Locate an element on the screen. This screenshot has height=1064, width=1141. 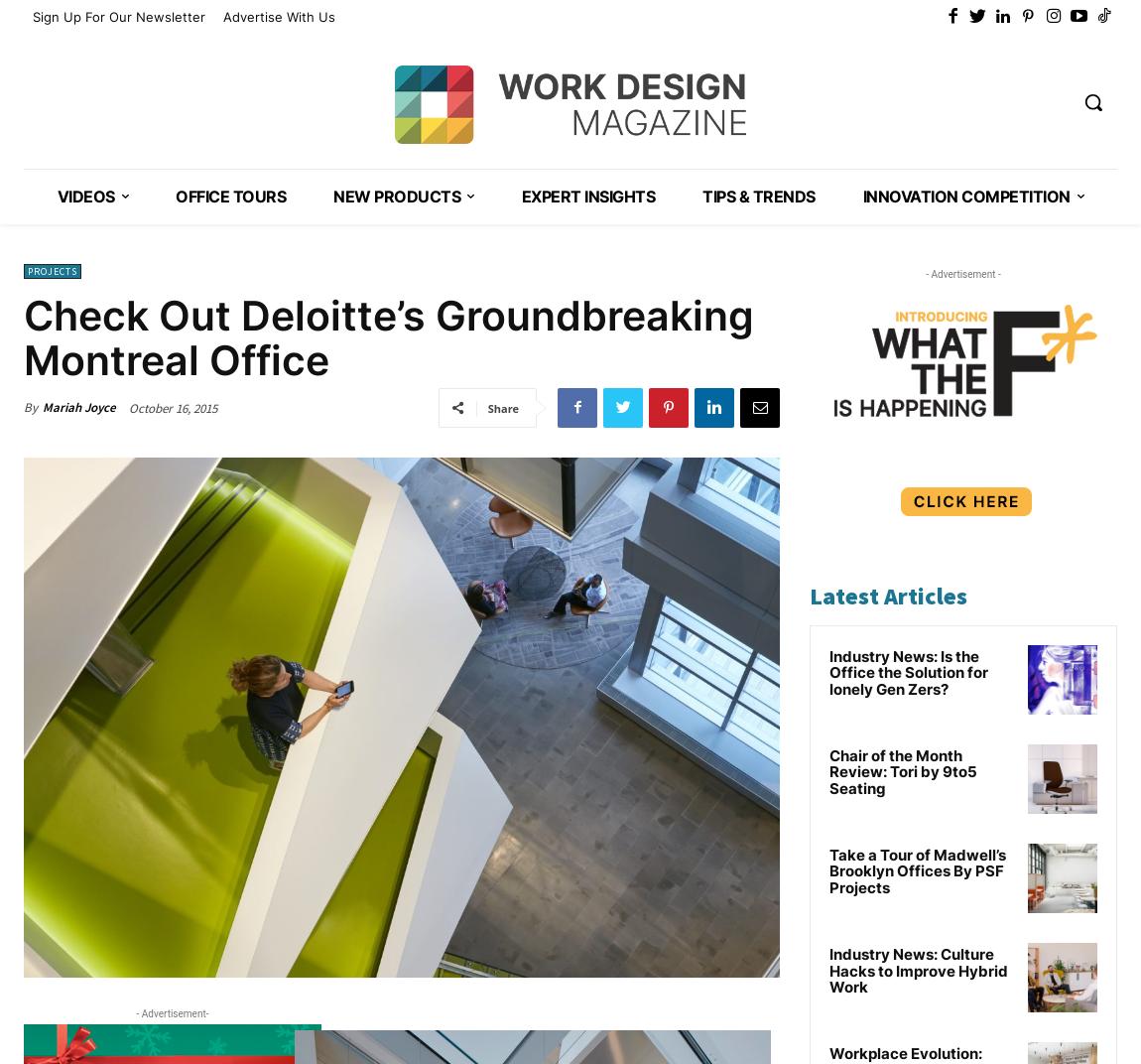
'October 16, 2015' is located at coordinates (172, 406).